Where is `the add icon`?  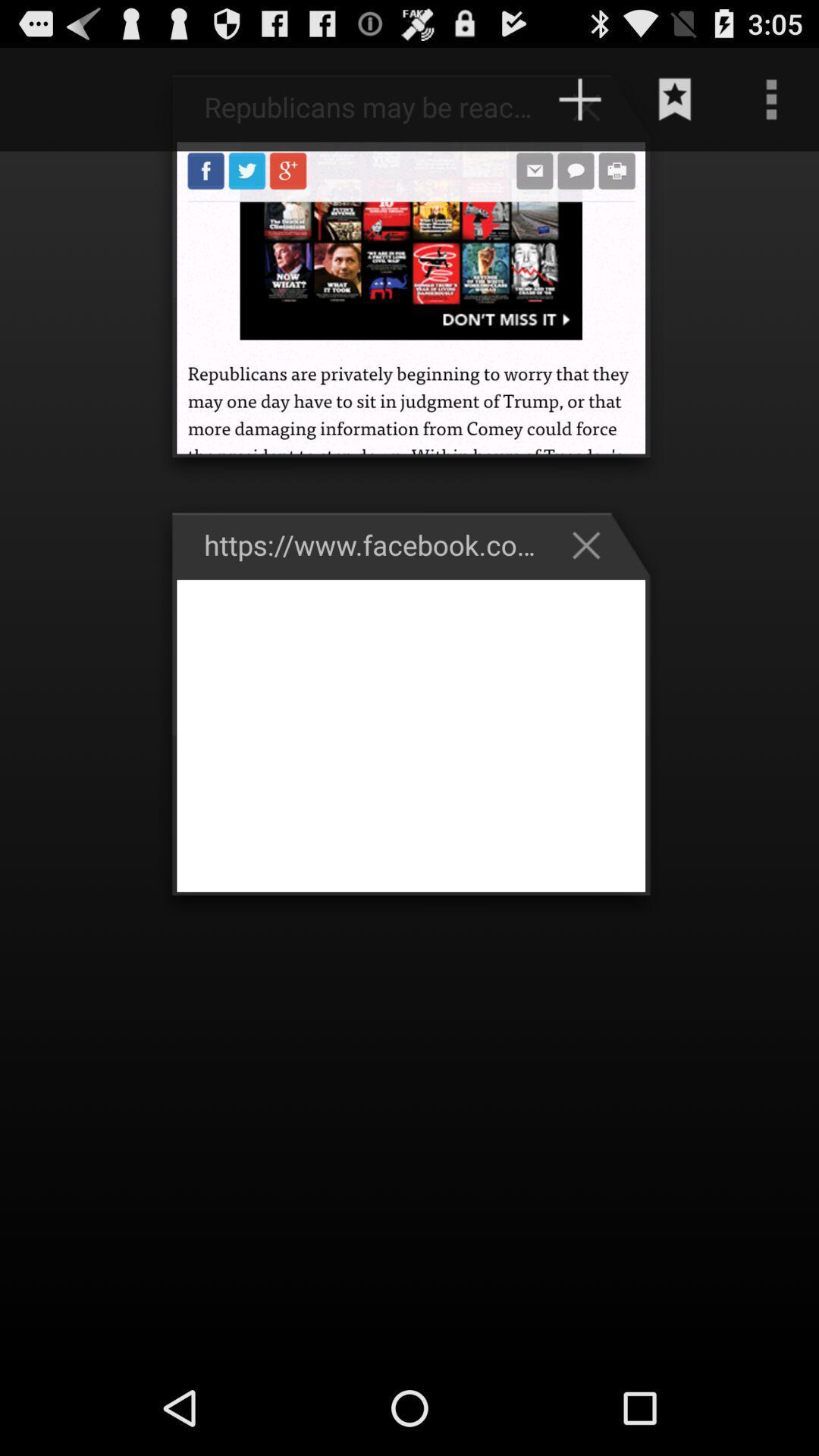 the add icon is located at coordinates (579, 105).